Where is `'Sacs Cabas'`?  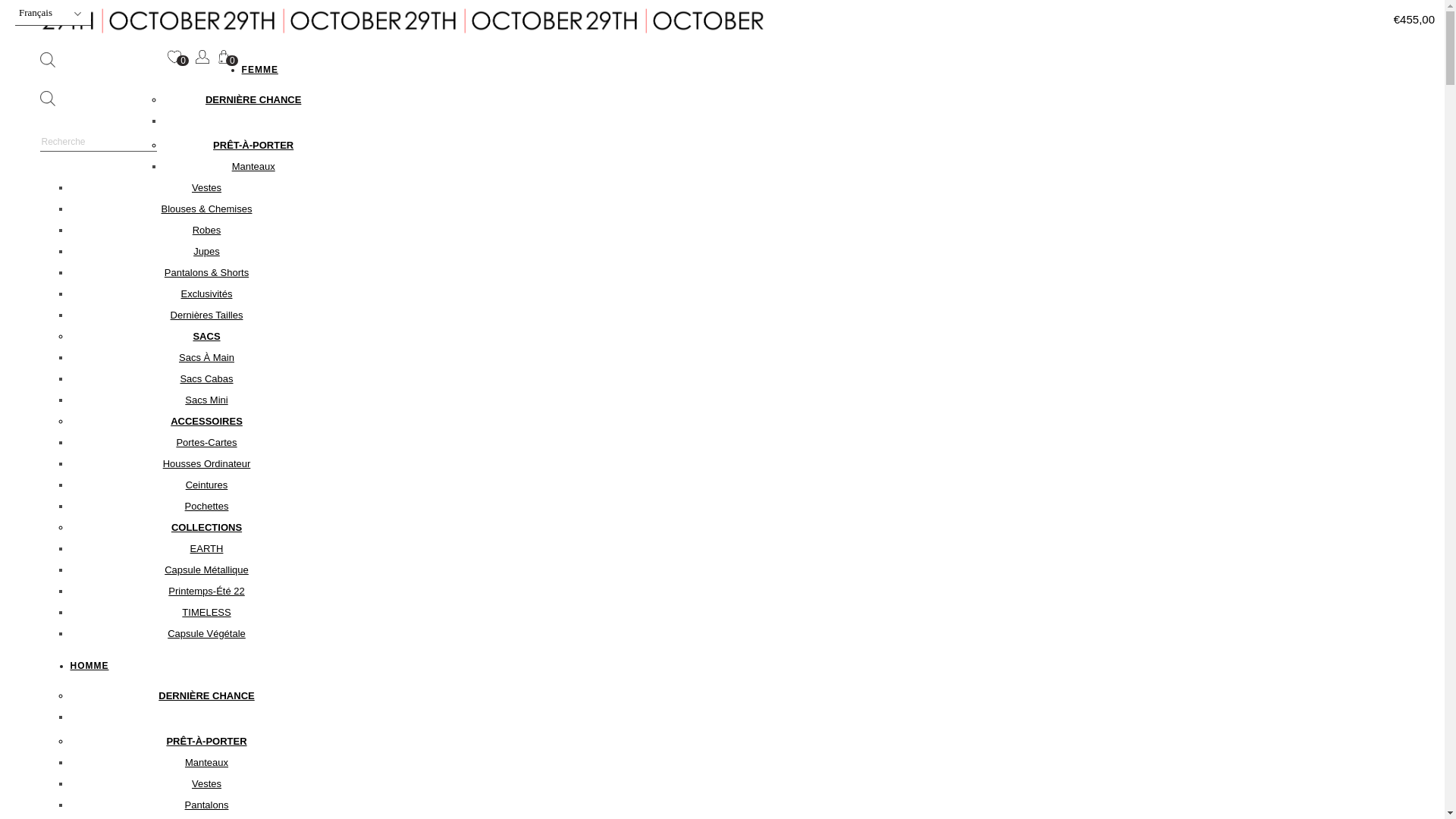
'Sacs Cabas' is located at coordinates (206, 378).